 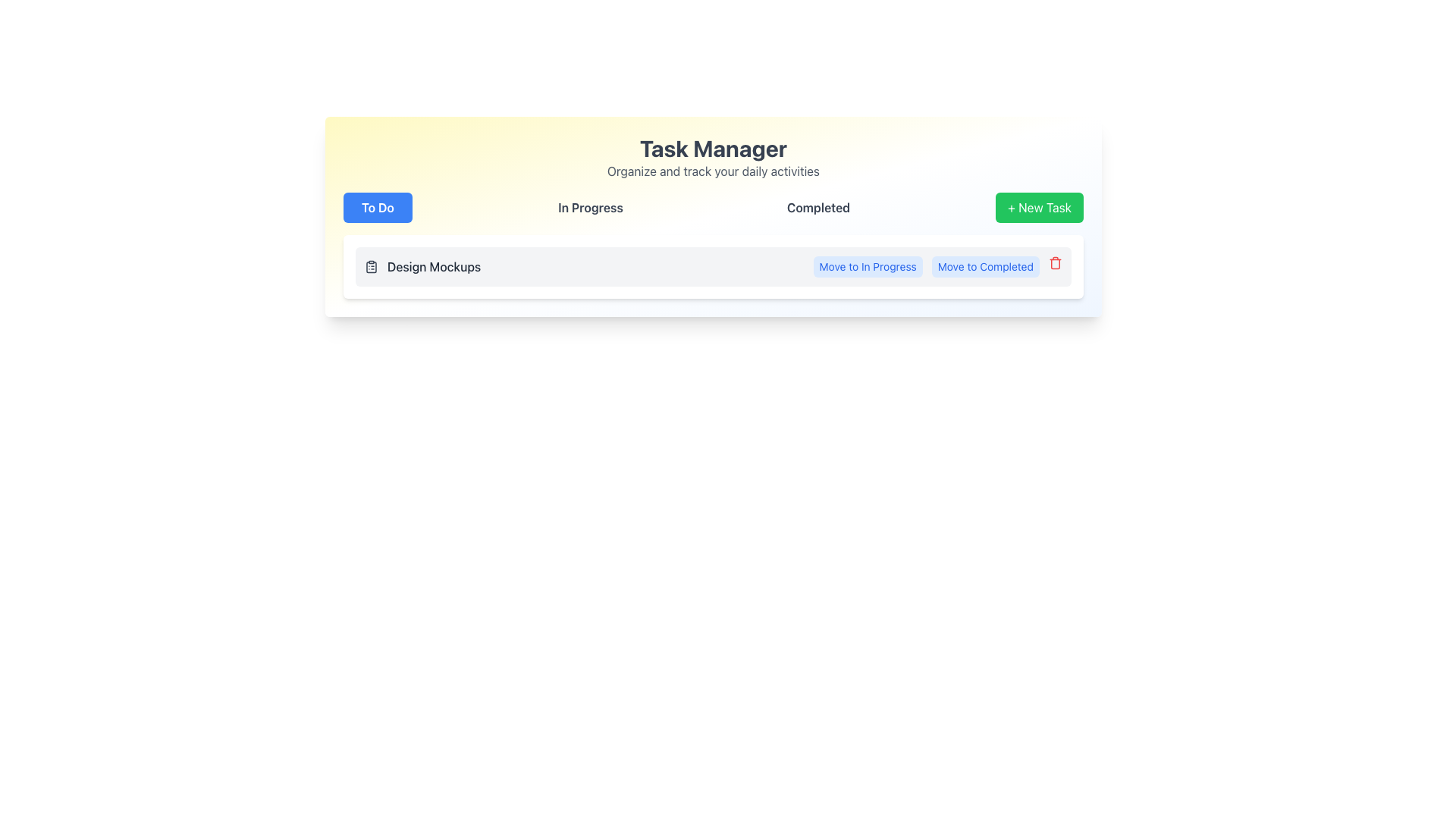 What do you see at coordinates (371, 265) in the screenshot?
I see `the small gray clipboard icon, which is a non-interactive SVG graphic located adjacent to the text 'Design Mockups' in the 'To Do' section of the task manager interface` at bounding box center [371, 265].